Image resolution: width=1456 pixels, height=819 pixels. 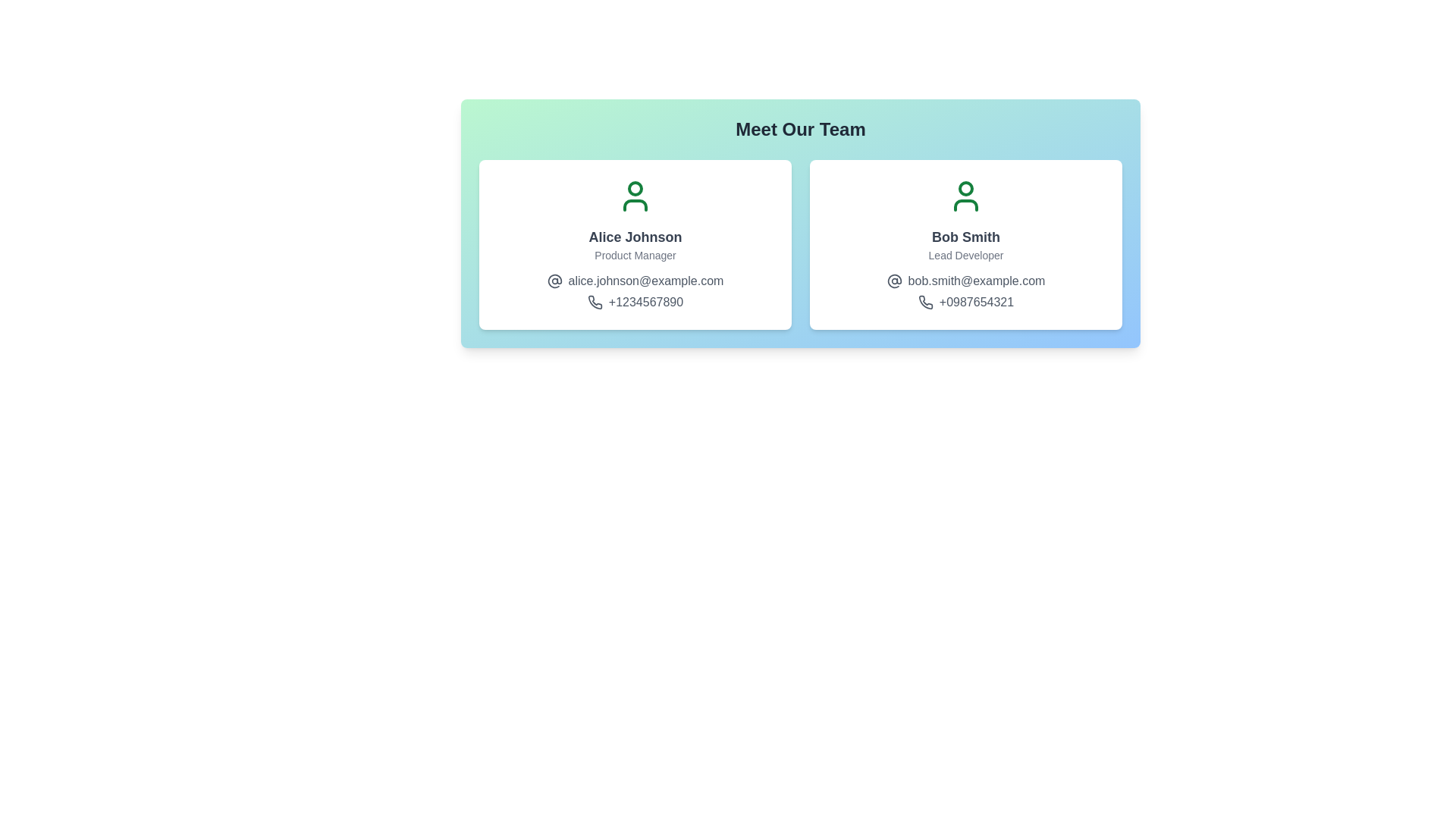 I want to click on the circular user icon within the SVG component representing the head of the user figure above 'Alice Johnson' in the profile card, so click(x=635, y=188).